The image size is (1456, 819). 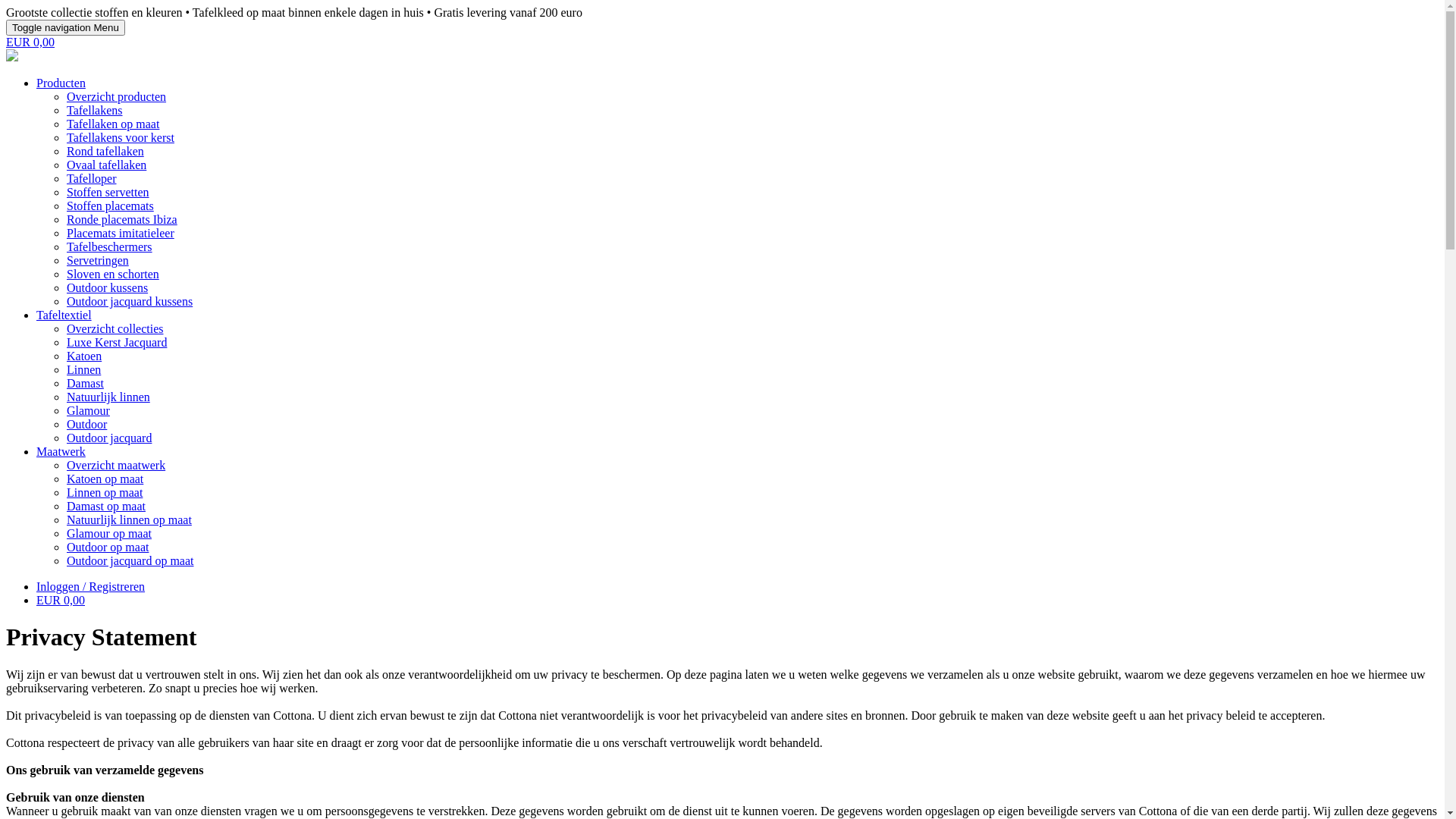 What do you see at coordinates (65, 328) in the screenshot?
I see `'Overzicht collecties'` at bounding box center [65, 328].